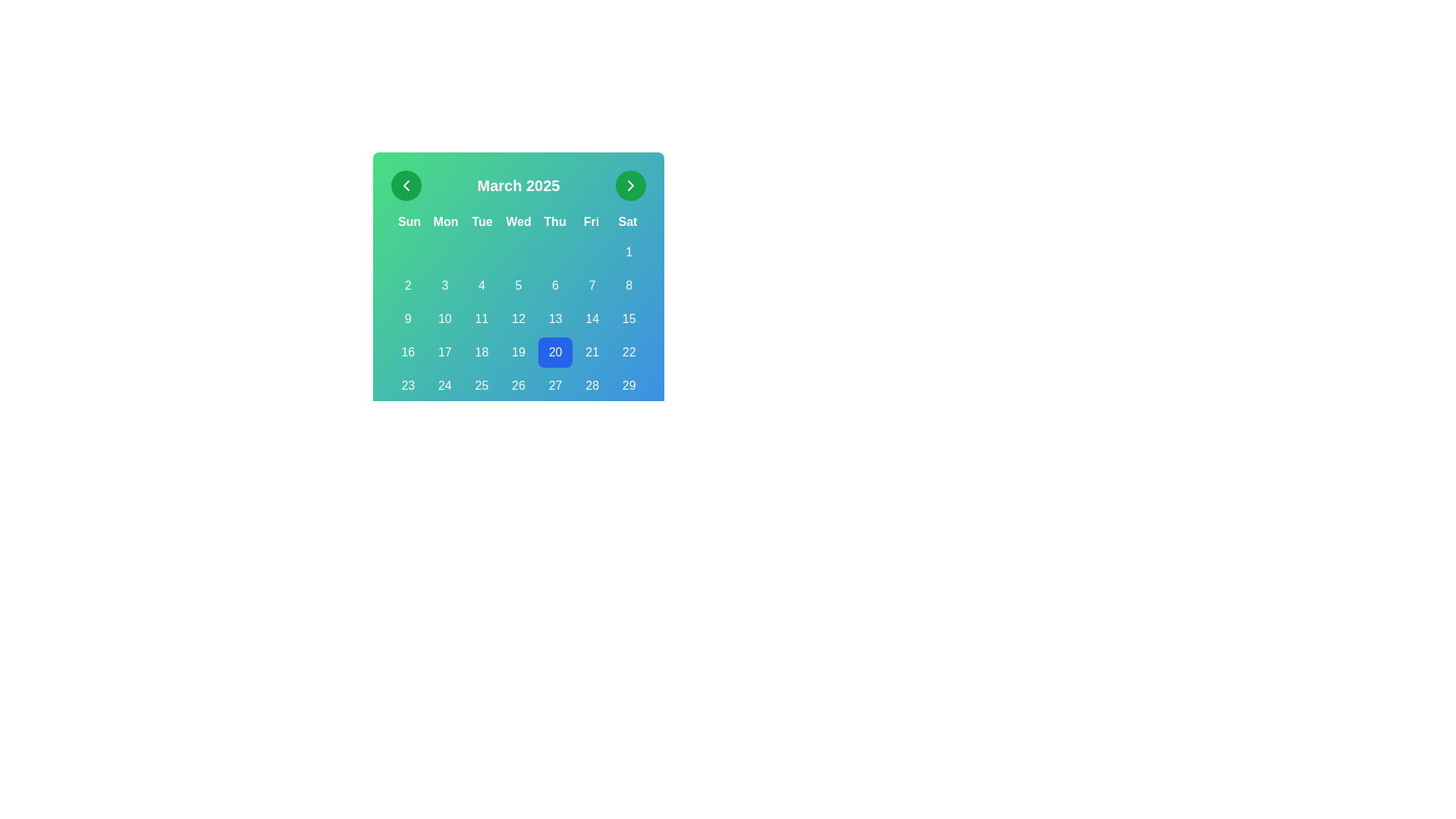 This screenshot has width=1456, height=819. What do you see at coordinates (519, 185) in the screenshot?
I see `the static text header displaying 'March 2025' in the center of the calendar interface` at bounding box center [519, 185].